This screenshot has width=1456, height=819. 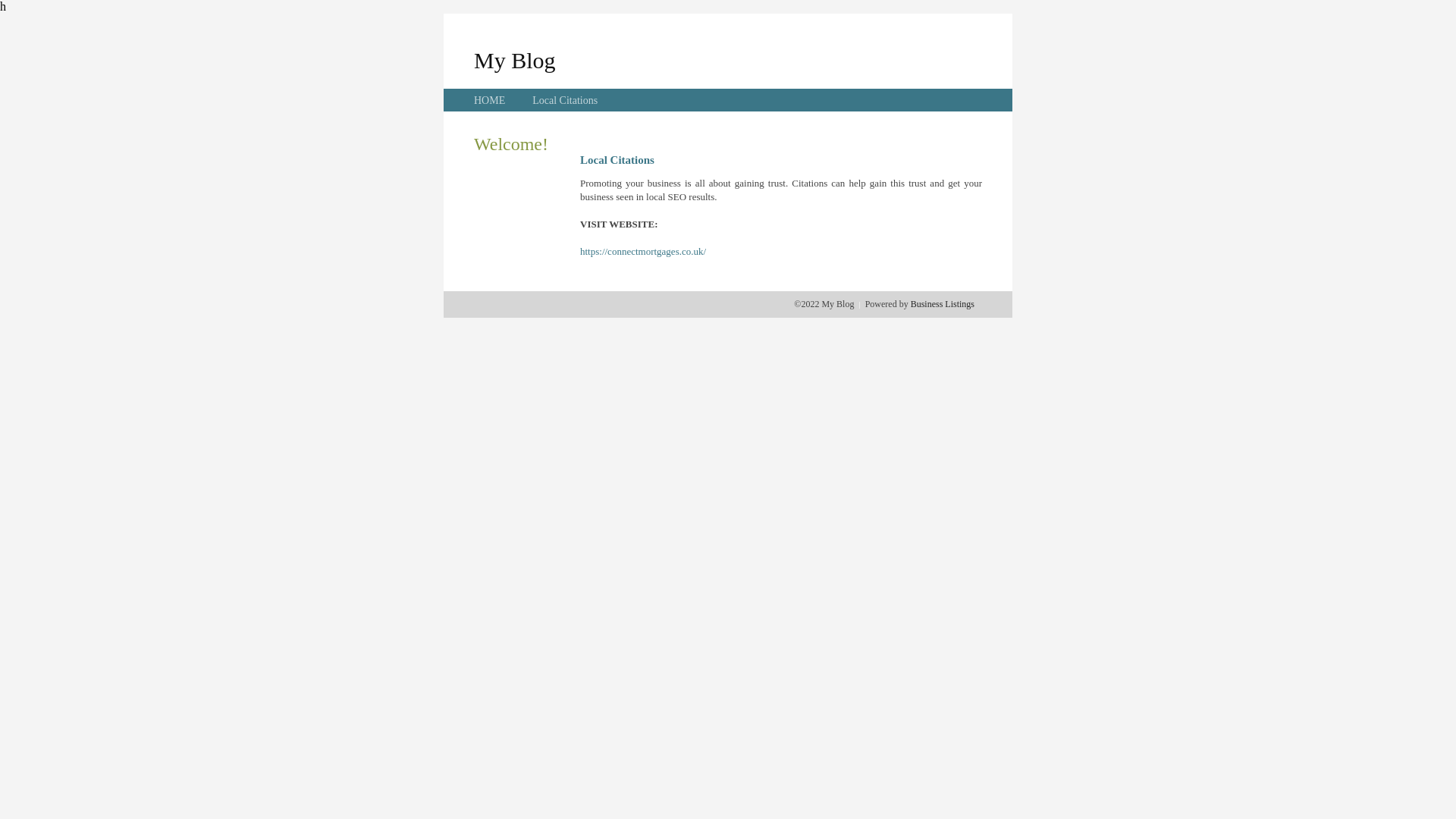 I want to click on 'HOME', so click(x=489, y=100).